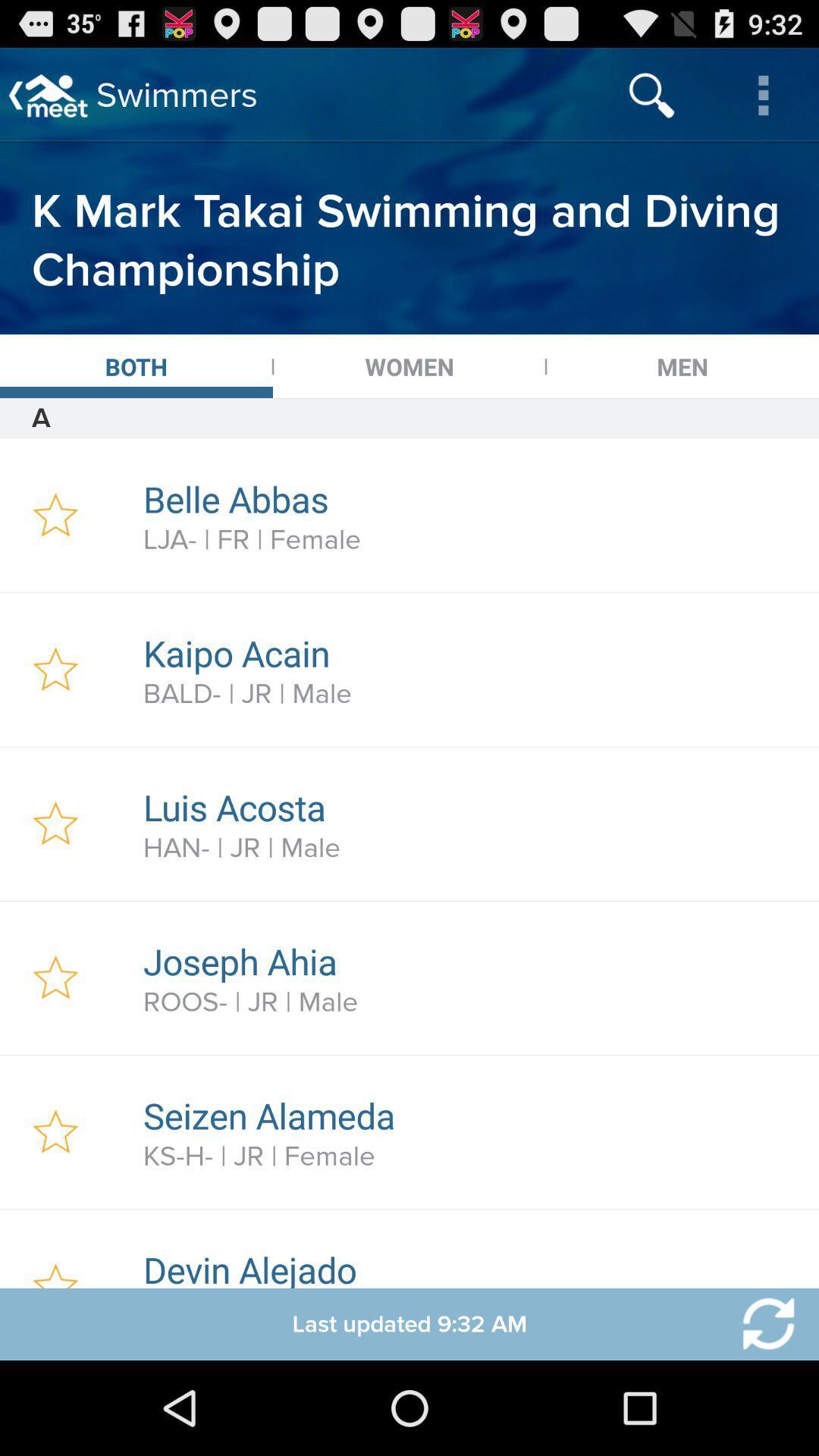 Image resolution: width=819 pixels, height=1456 pixels. What do you see at coordinates (55, 1248) in the screenshot?
I see `favorites option` at bounding box center [55, 1248].